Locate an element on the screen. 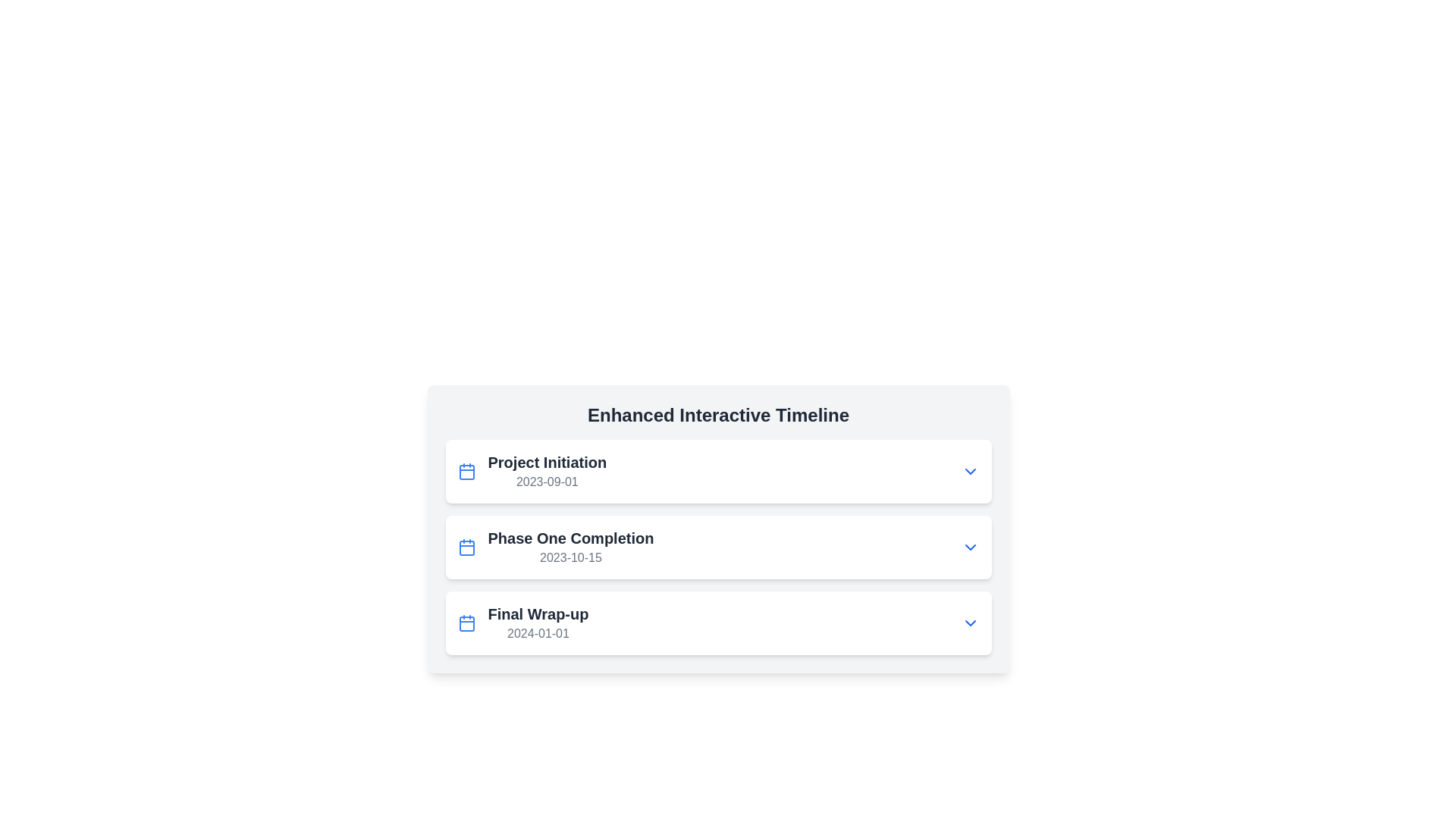  the calendar icon located in the first row of the interactive timeline, next to the text 'Project Initiation' and the date '2023-09-01' is located at coordinates (466, 470).